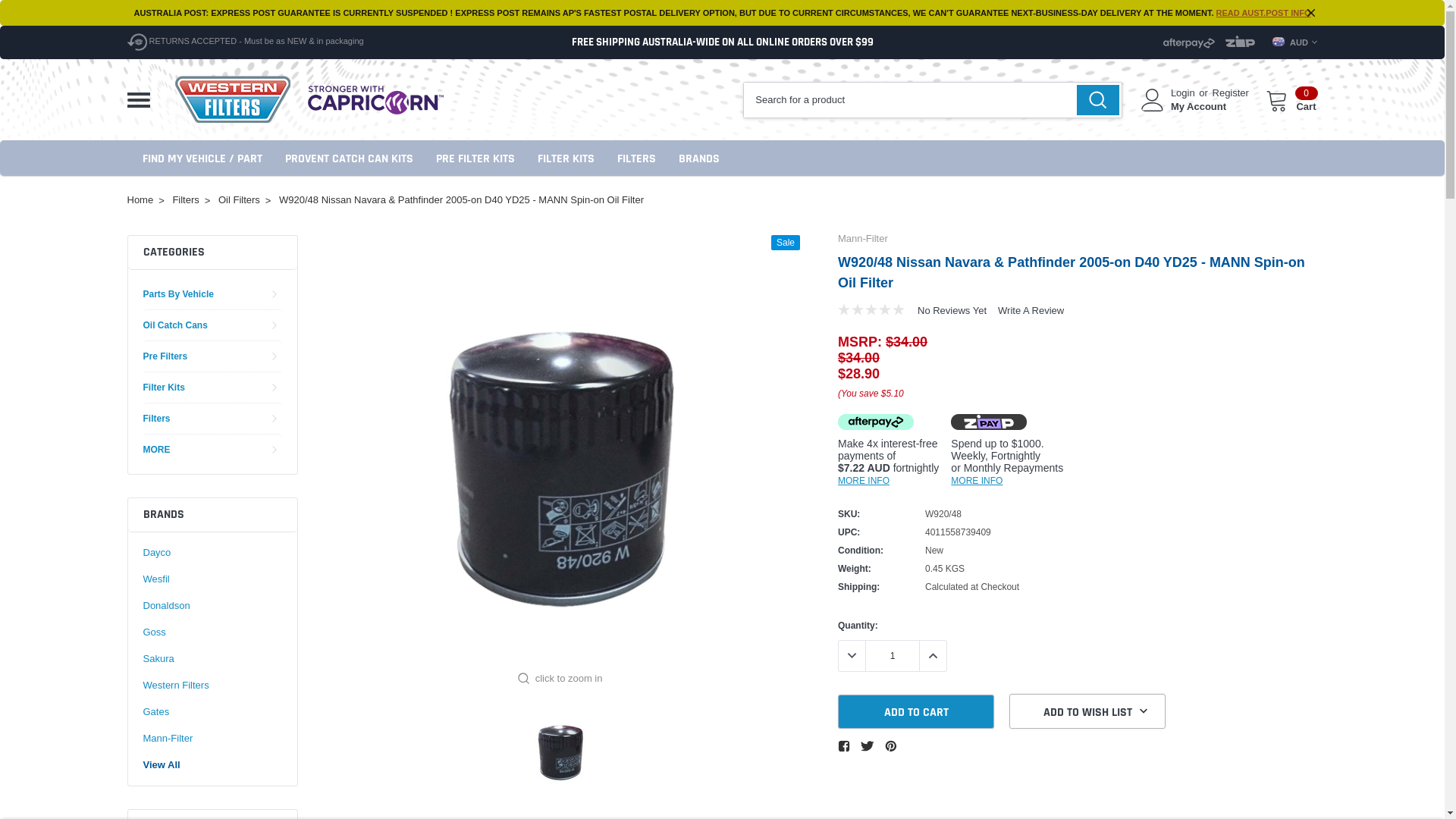 This screenshot has height=819, width=1456. Describe the element at coordinates (153, 632) in the screenshot. I see `'Goss'` at that location.